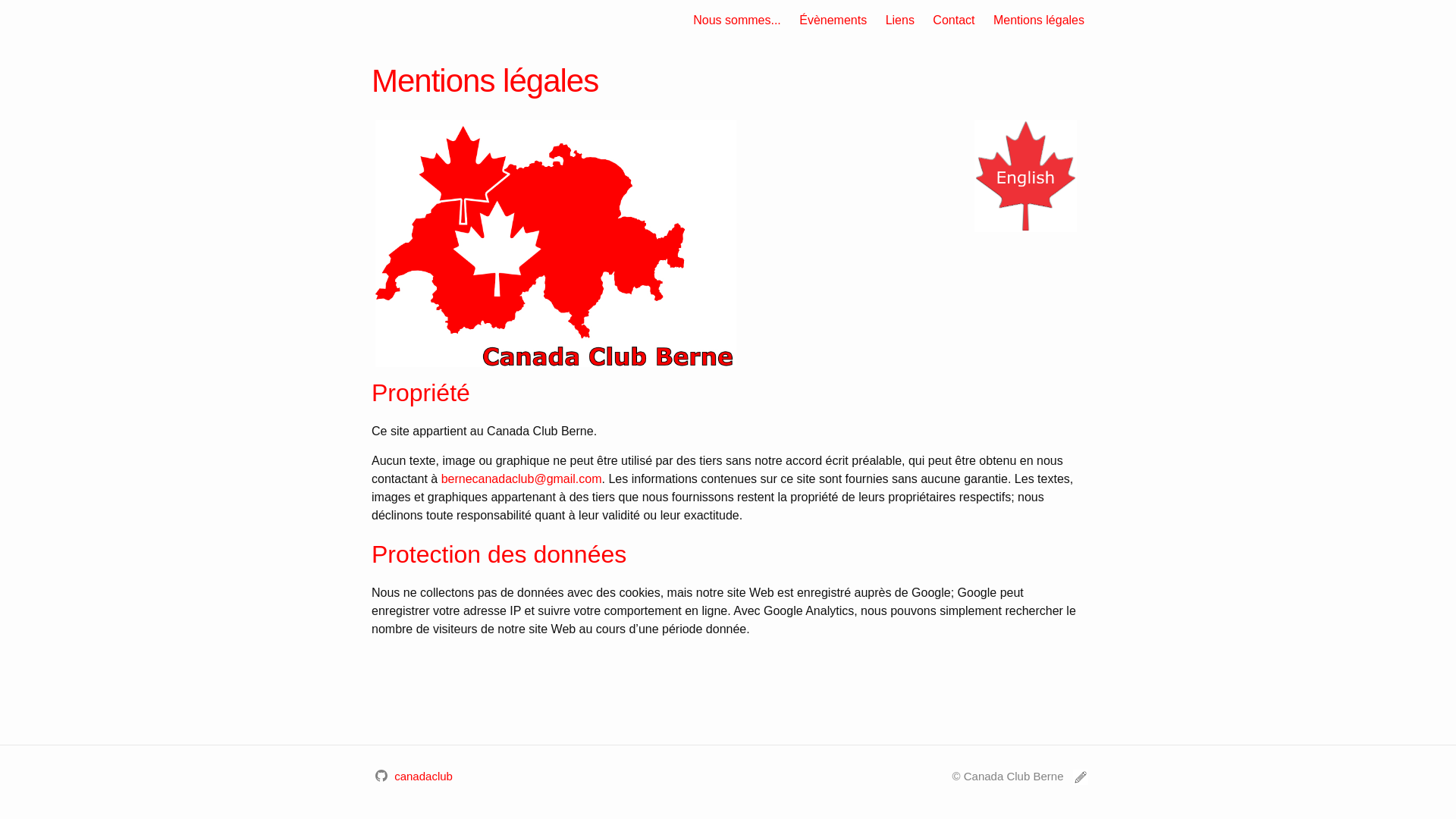 The width and height of the screenshot is (1456, 819). I want to click on 'canadaclub', so click(414, 775).